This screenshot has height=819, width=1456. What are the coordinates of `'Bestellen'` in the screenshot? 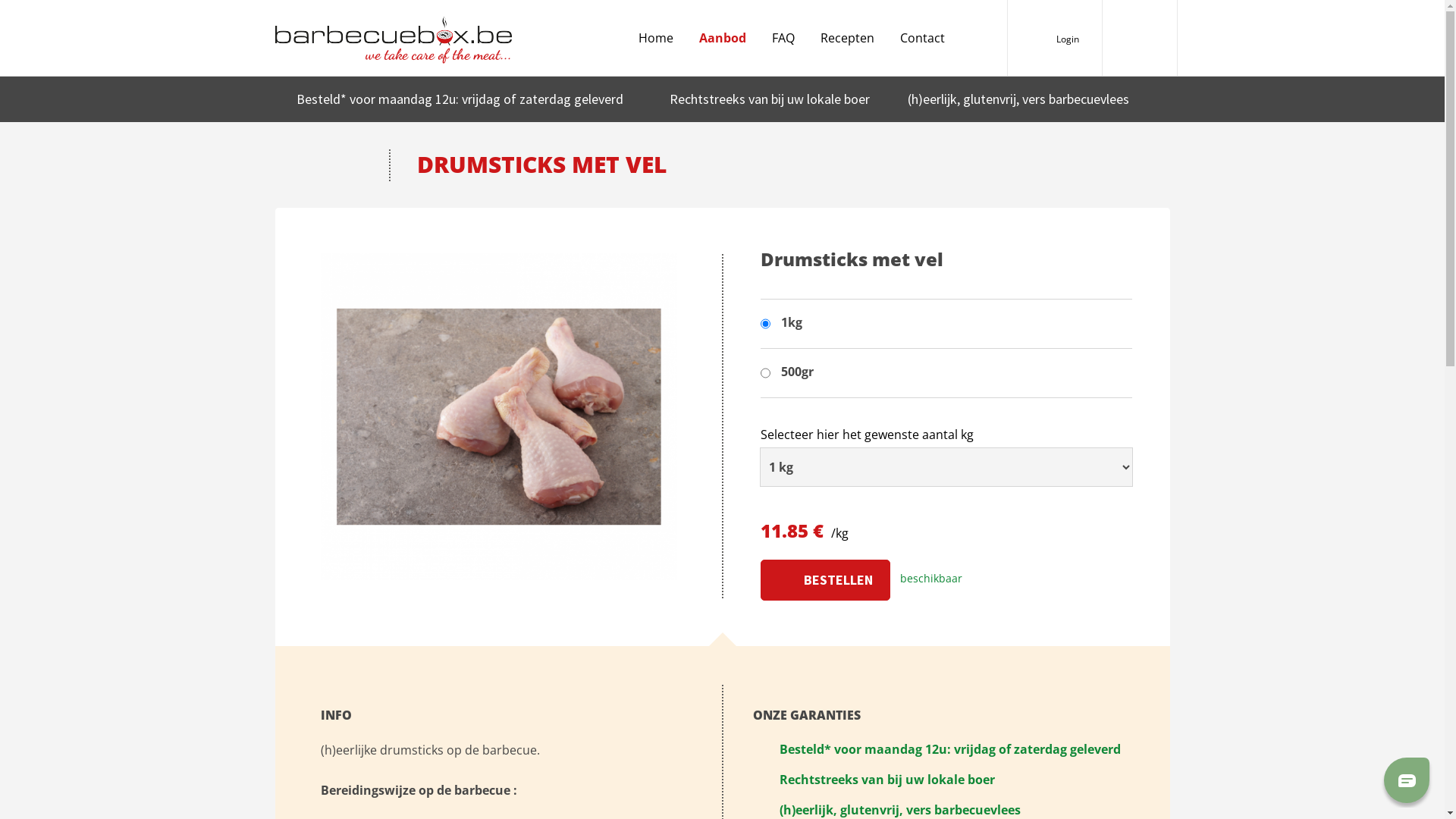 It's located at (824, 579).